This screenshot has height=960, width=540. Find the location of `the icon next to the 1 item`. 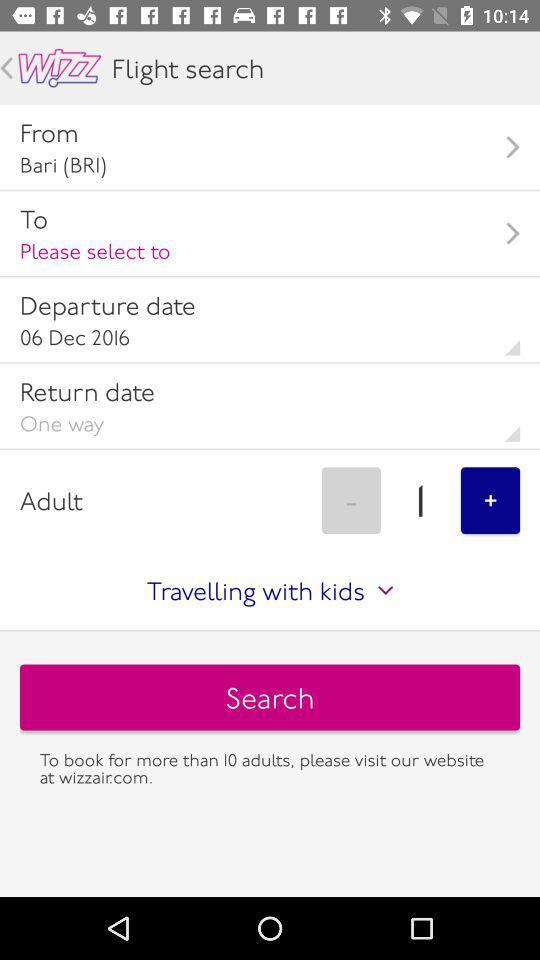

the icon next to the 1 item is located at coordinates (489, 499).